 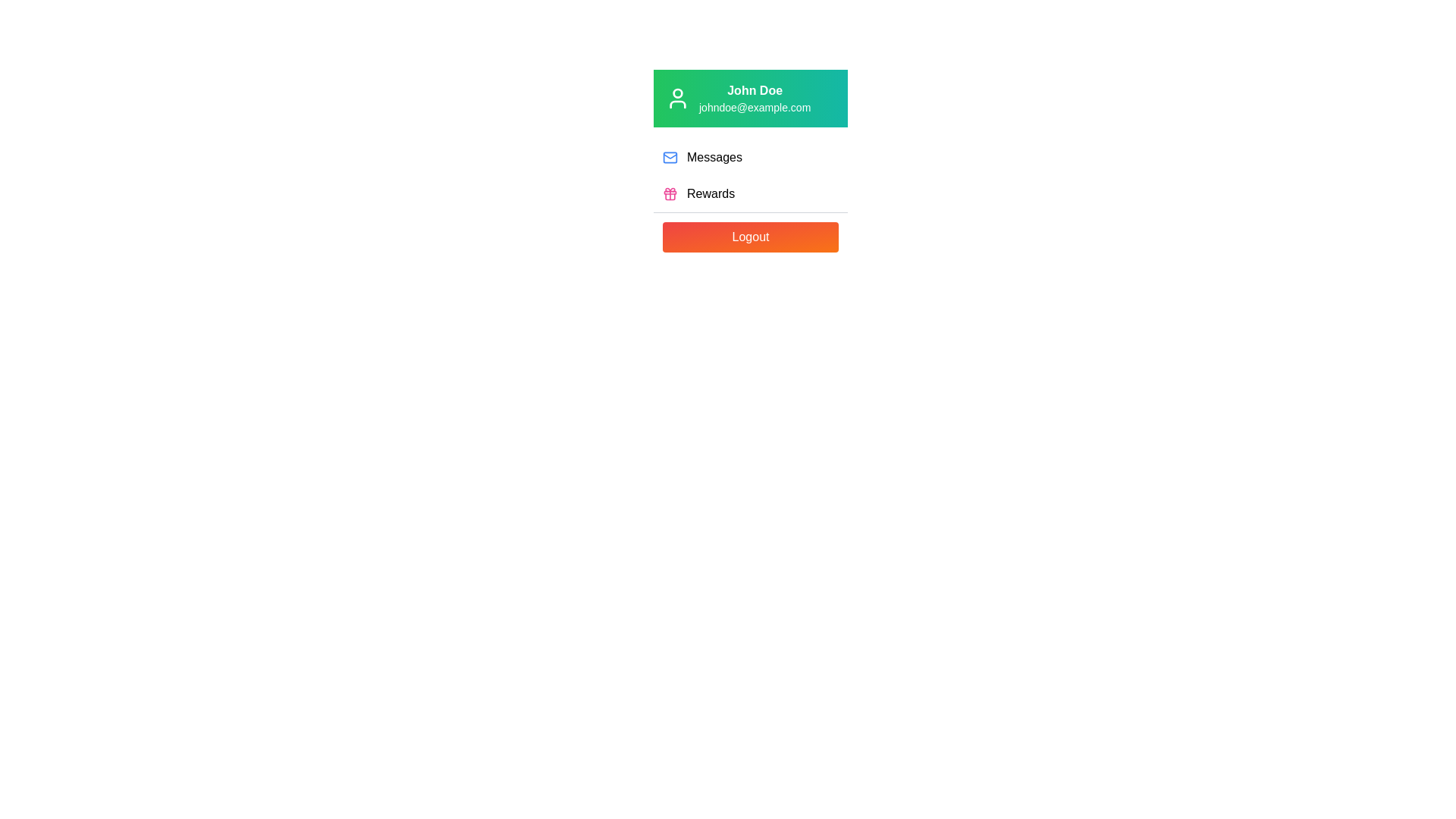 I want to click on the blue mail envelope icon located next to the text 'Messages' in the vertical navigation menu, so click(x=669, y=158).